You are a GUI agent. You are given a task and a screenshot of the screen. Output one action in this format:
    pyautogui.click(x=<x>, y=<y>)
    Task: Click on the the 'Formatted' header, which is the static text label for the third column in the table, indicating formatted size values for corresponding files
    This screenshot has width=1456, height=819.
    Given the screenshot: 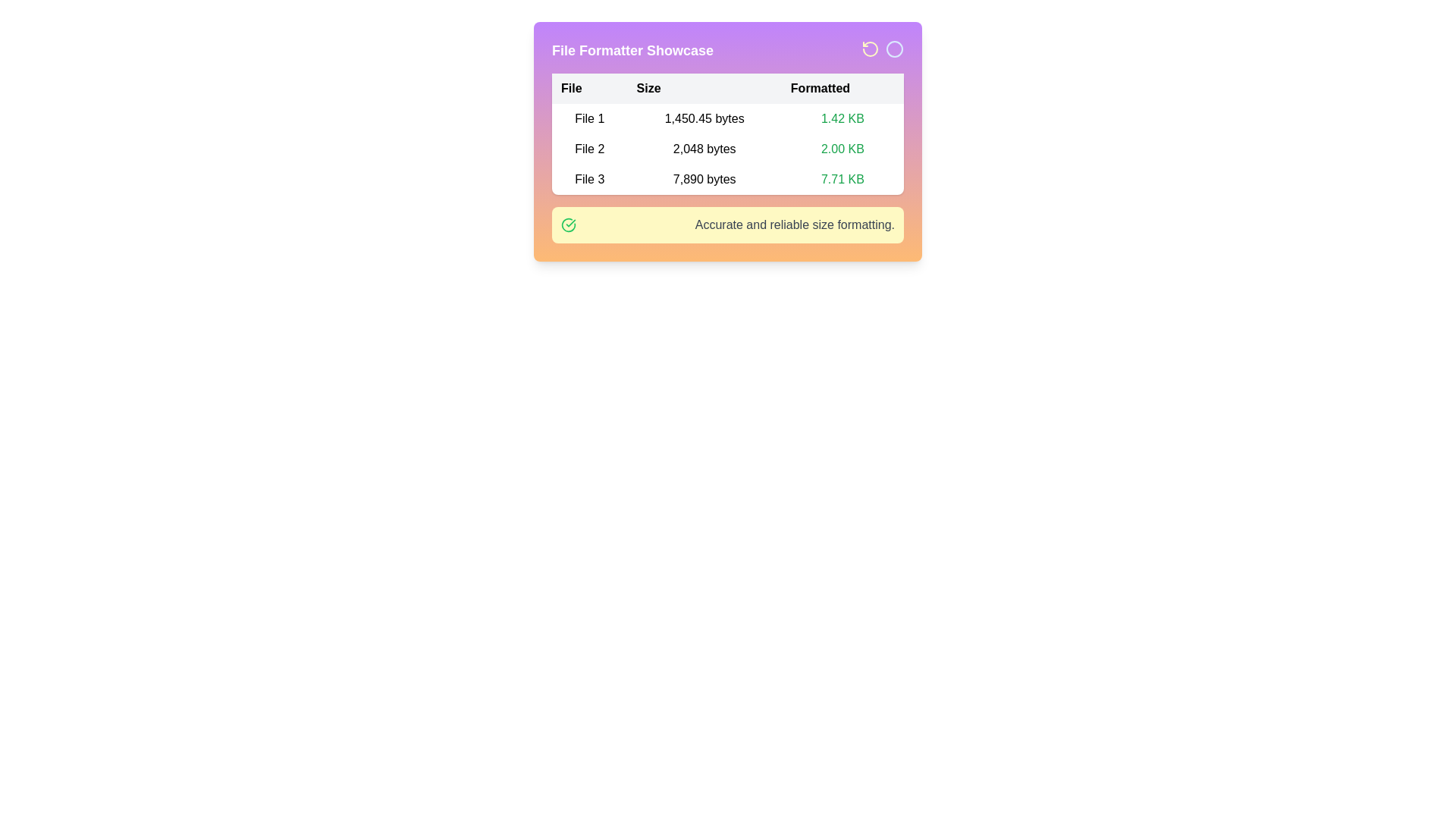 What is the action you would take?
    pyautogui.click(x=842, y=88)
    